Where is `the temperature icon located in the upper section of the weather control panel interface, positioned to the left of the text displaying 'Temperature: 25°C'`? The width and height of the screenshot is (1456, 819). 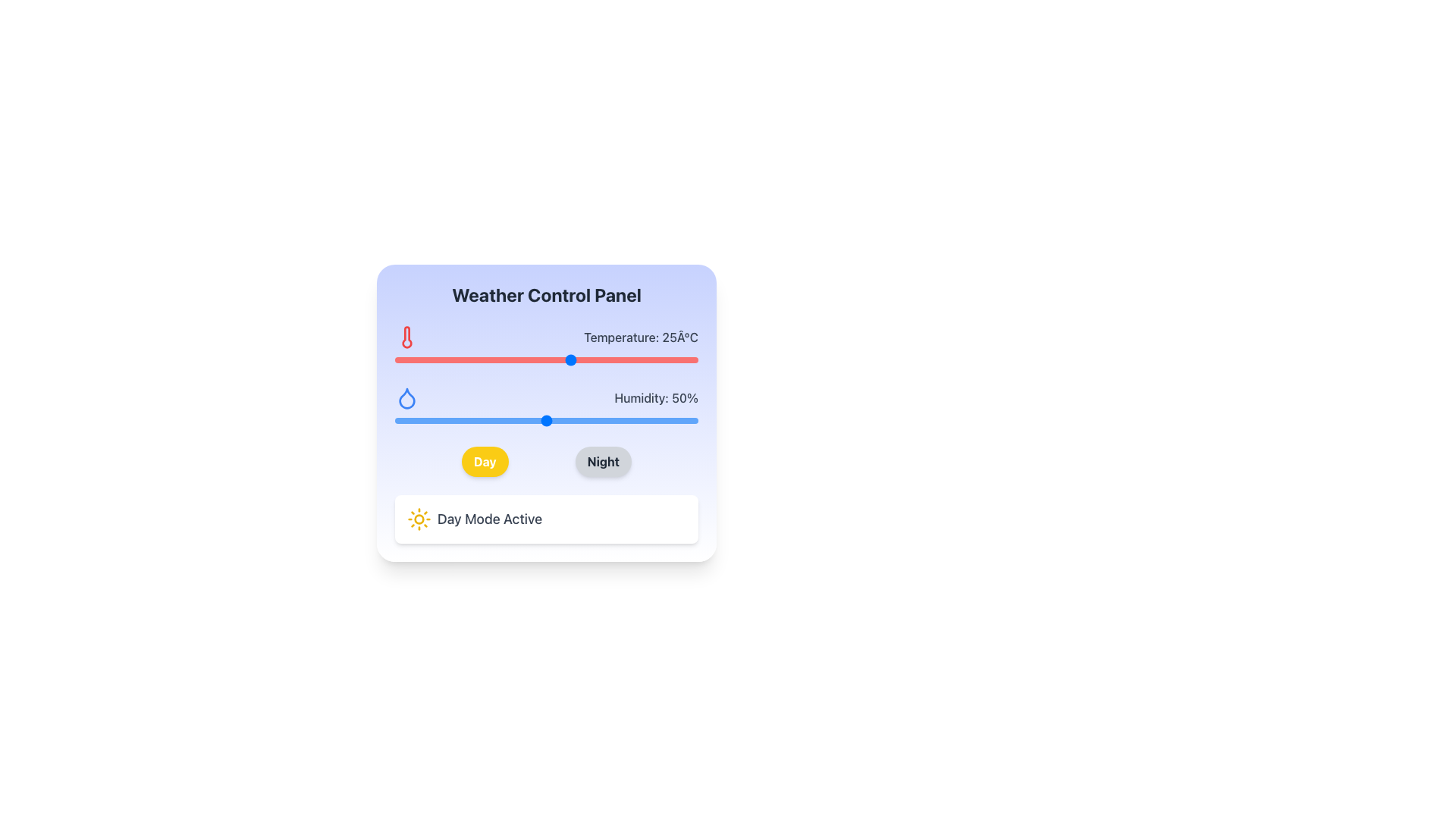 the temperature icon located in the upper section of the weather control panel interface, positioned to the left of the text displaying 'Temperature: 25°C' is located at coordinates (407, 336).